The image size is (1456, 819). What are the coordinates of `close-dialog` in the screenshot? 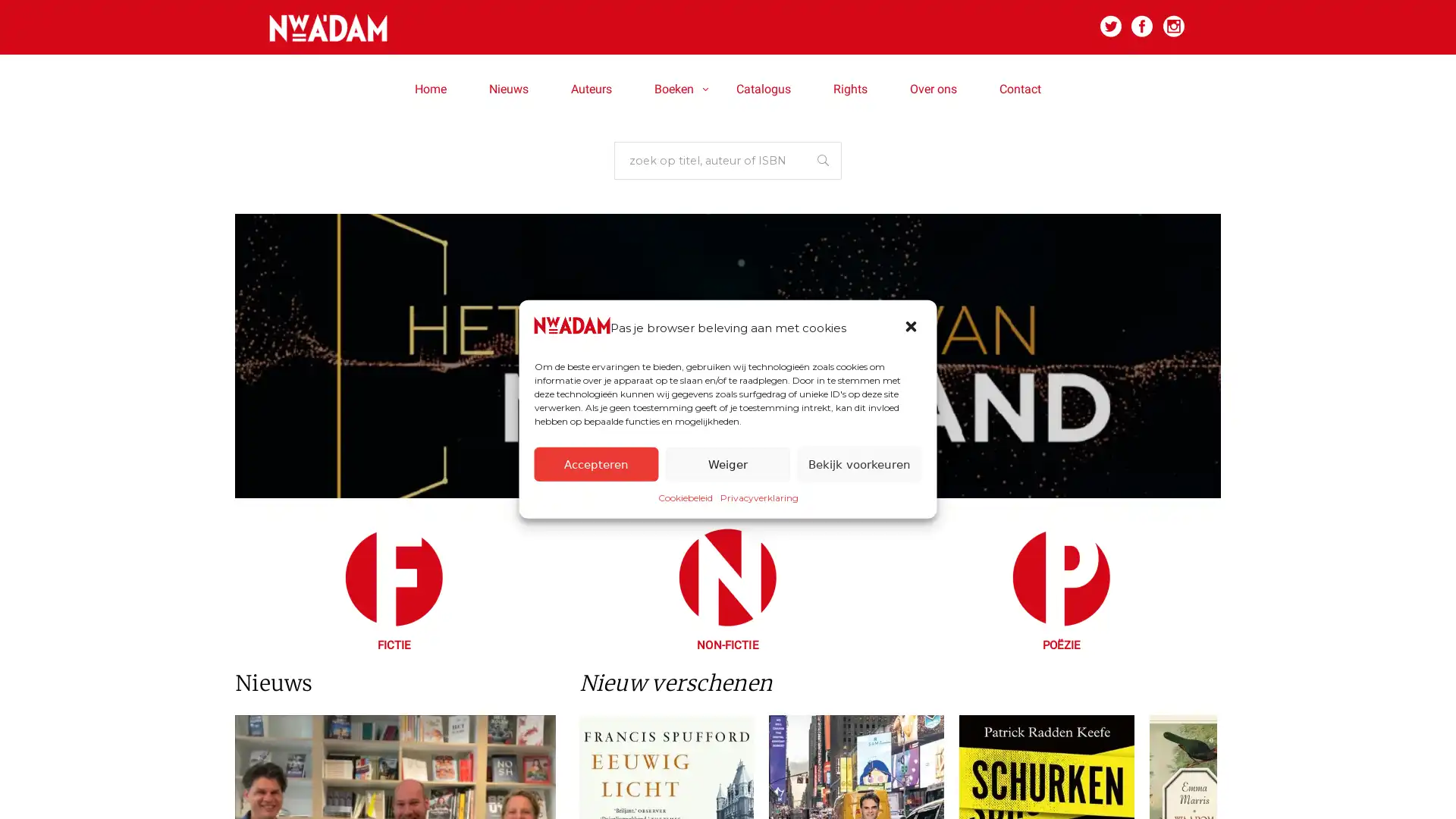 It's located at (912, 327).